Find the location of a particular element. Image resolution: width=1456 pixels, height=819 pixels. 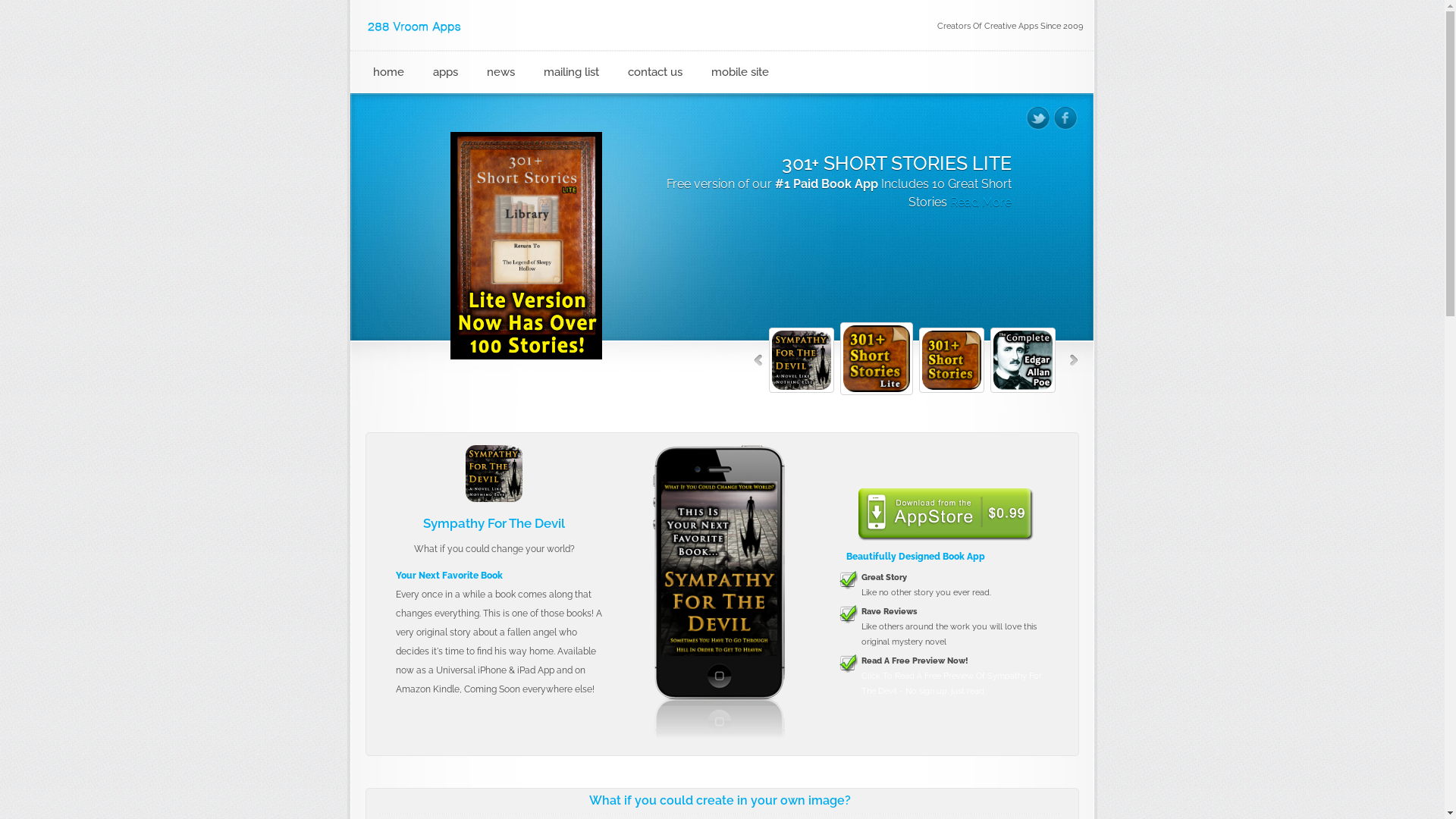

'facebook-ico' is located at coordinates (1053, 117).